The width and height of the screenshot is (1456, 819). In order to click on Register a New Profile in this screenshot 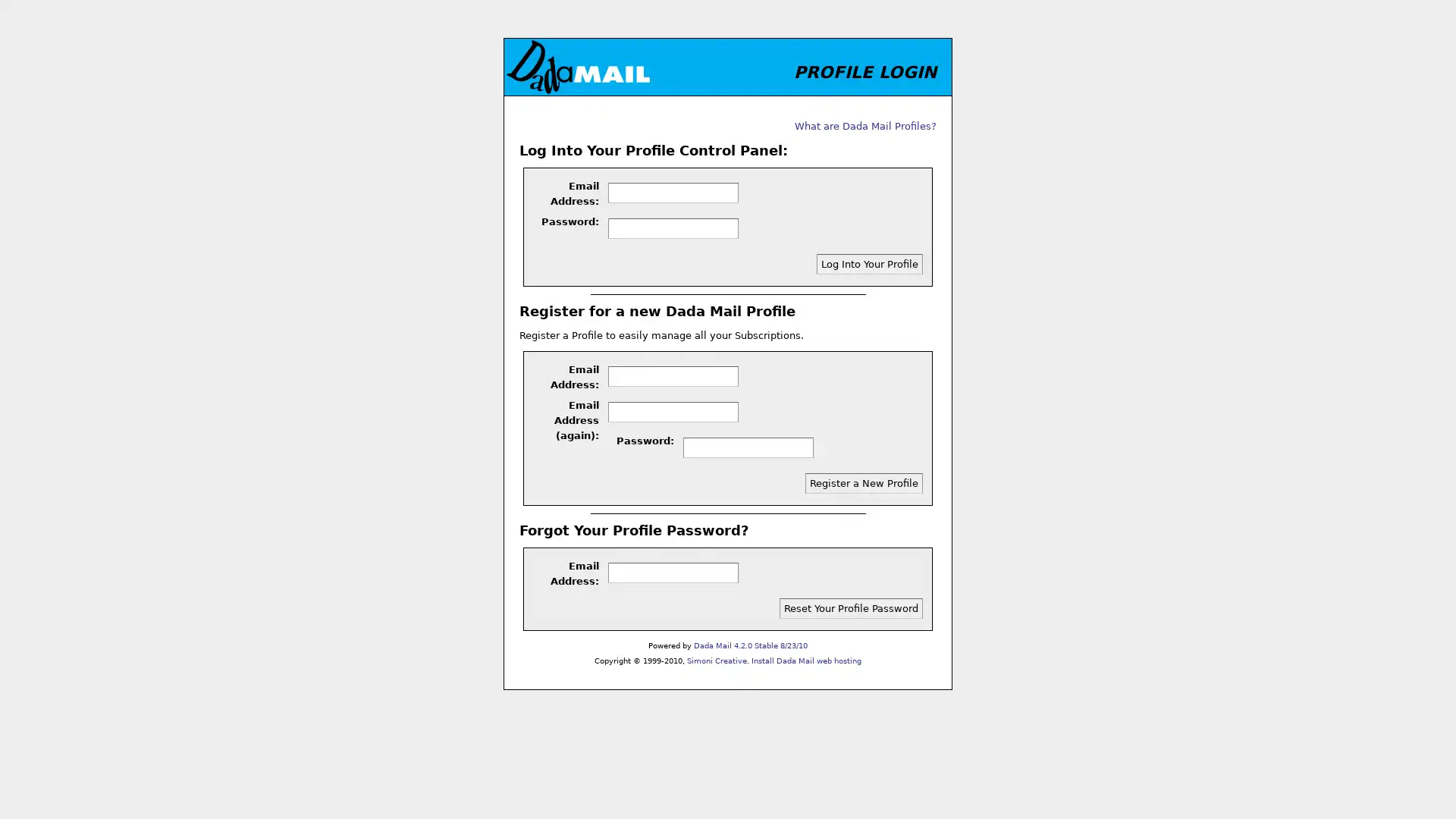, I will do `click(864, 482)`.